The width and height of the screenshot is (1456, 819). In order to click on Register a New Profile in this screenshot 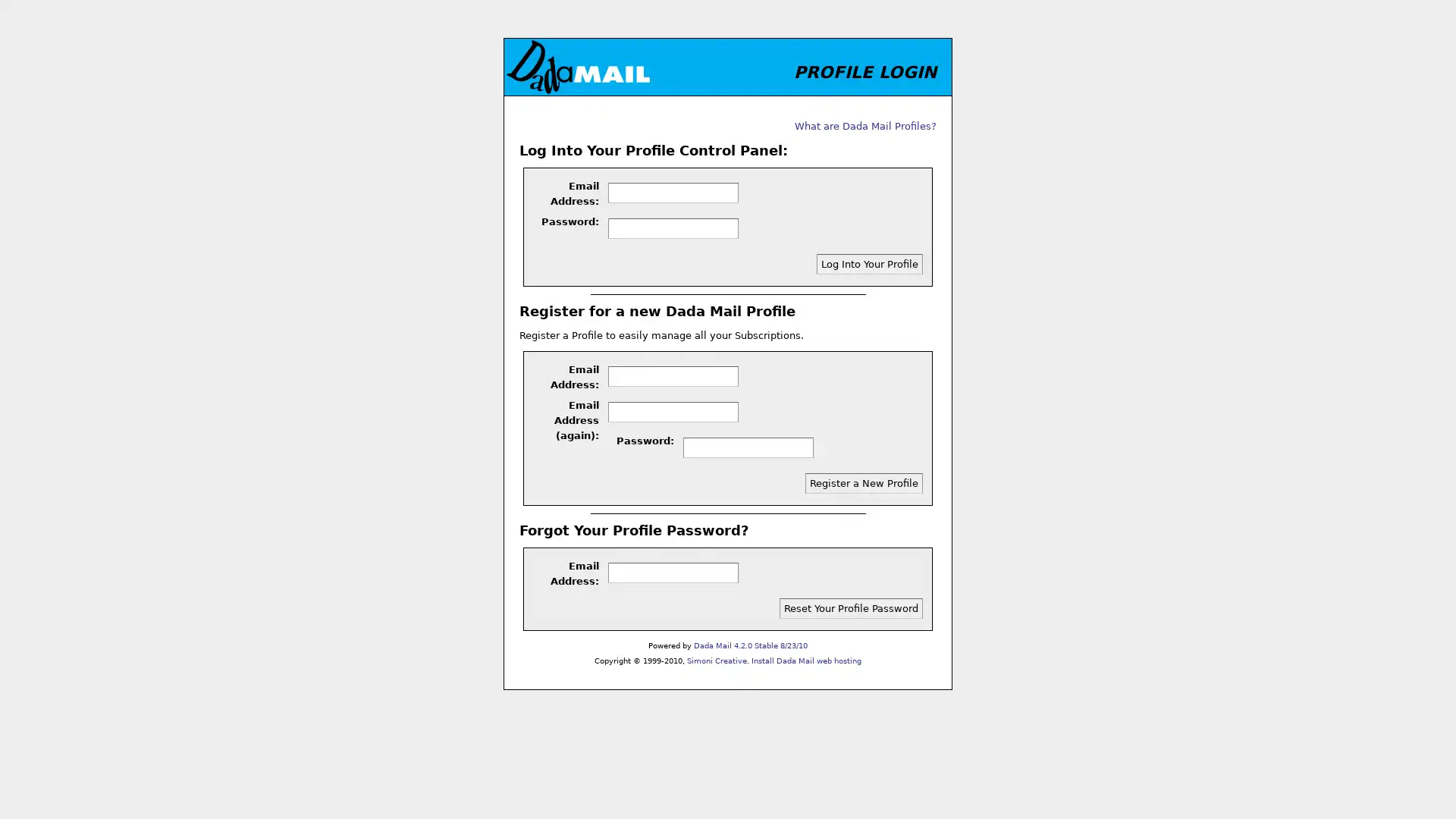, I will do `click(864, 482)`.